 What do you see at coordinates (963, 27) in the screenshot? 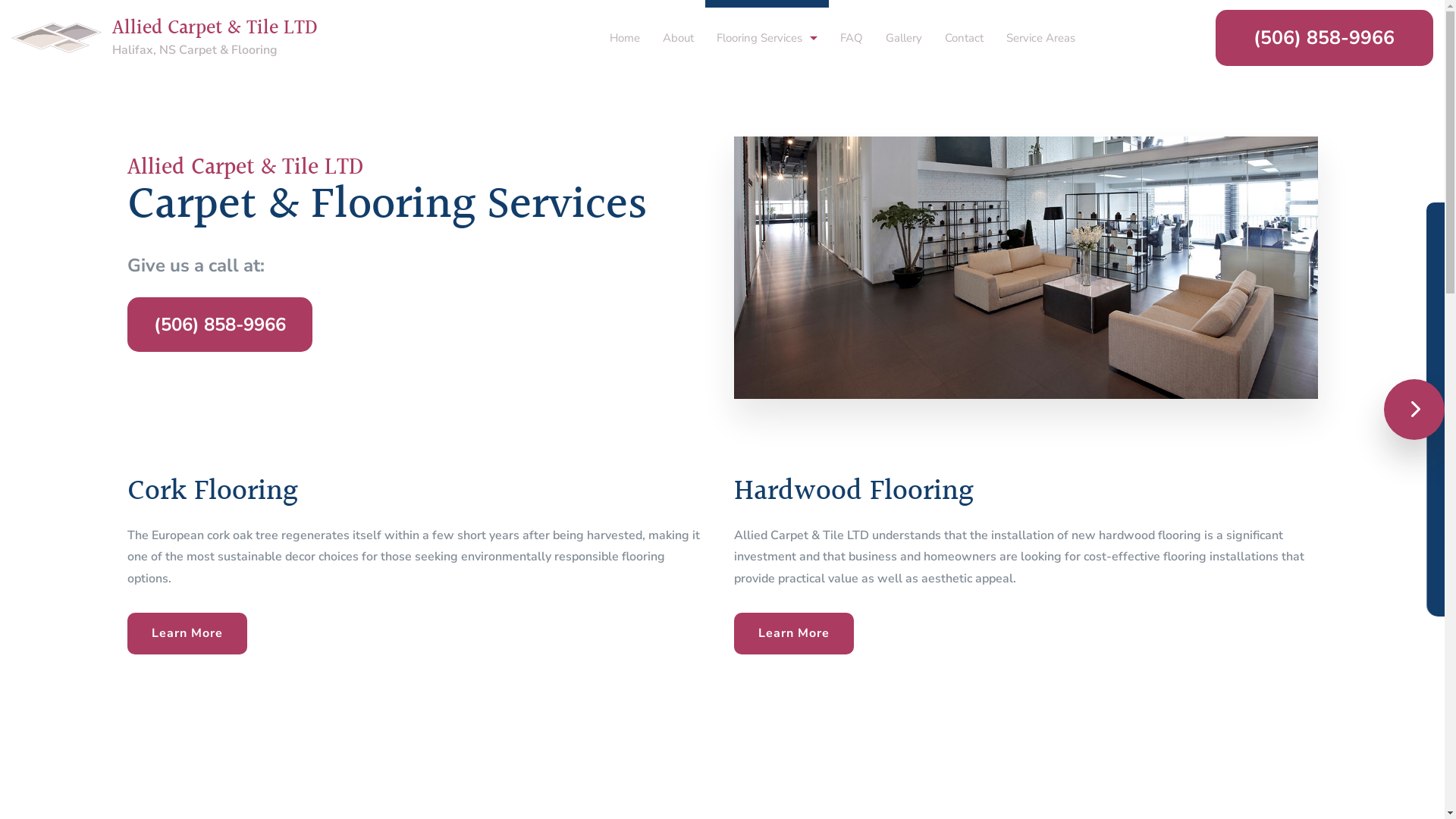
I see `'Contact'` at bounding box center [963, 27].